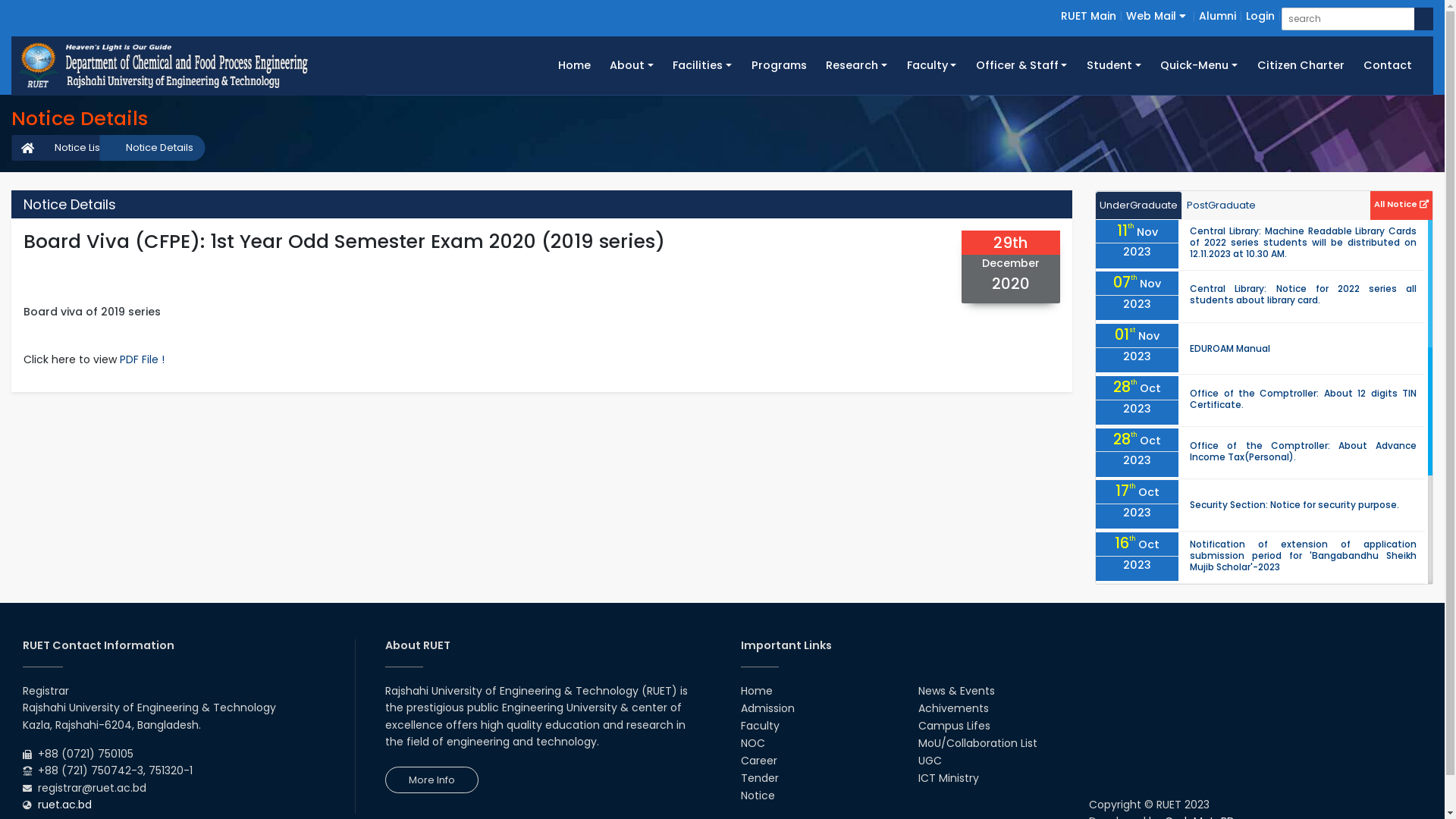  What do you see at coordinates (431, 780) in the screenshot?
I see `'More Info'` at bounding box center [431, 780].